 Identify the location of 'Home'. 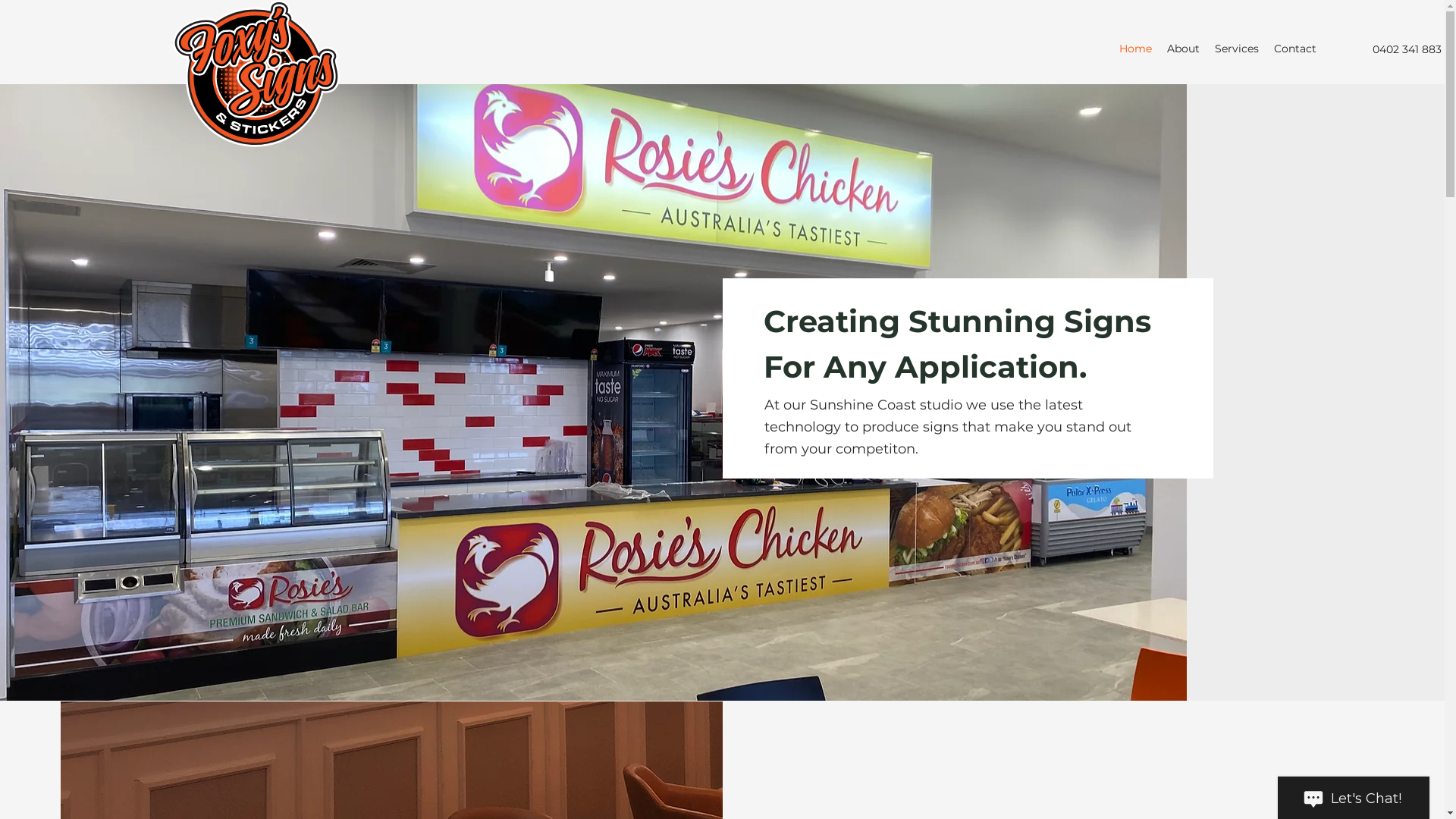
(1135, 48).